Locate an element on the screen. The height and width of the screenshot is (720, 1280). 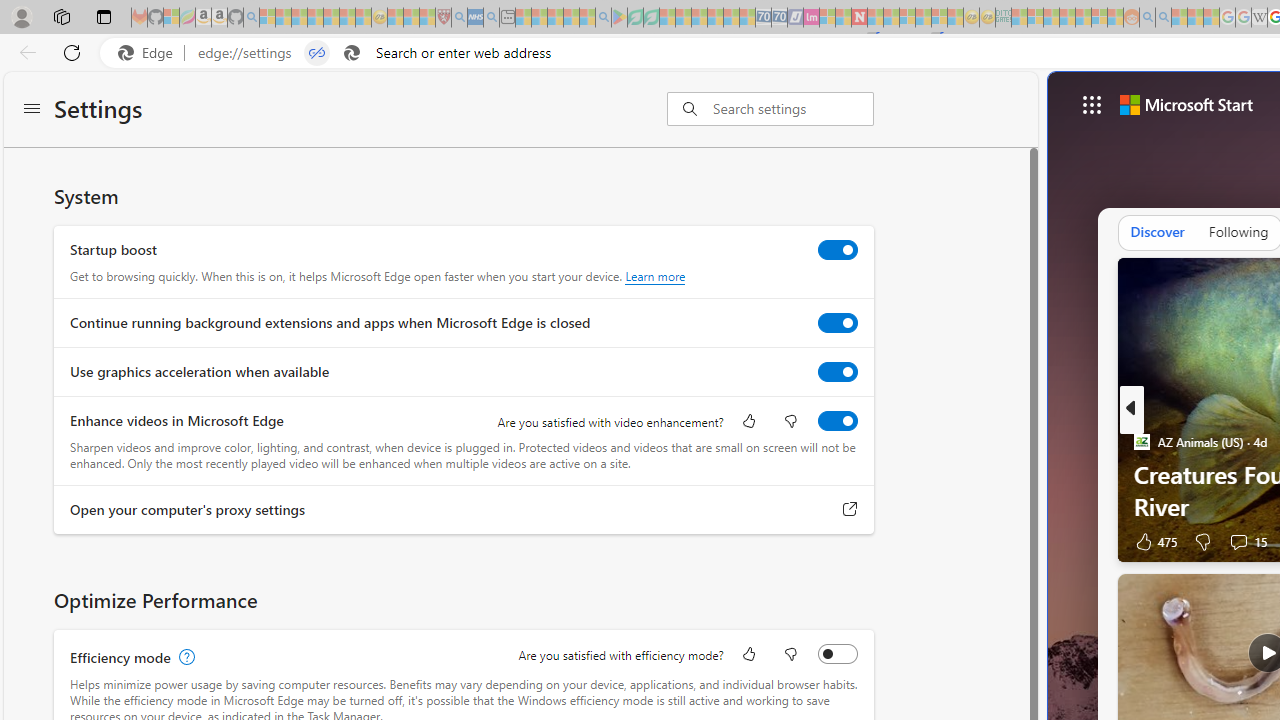
'Search settings' is located at coordinates (791, 109).